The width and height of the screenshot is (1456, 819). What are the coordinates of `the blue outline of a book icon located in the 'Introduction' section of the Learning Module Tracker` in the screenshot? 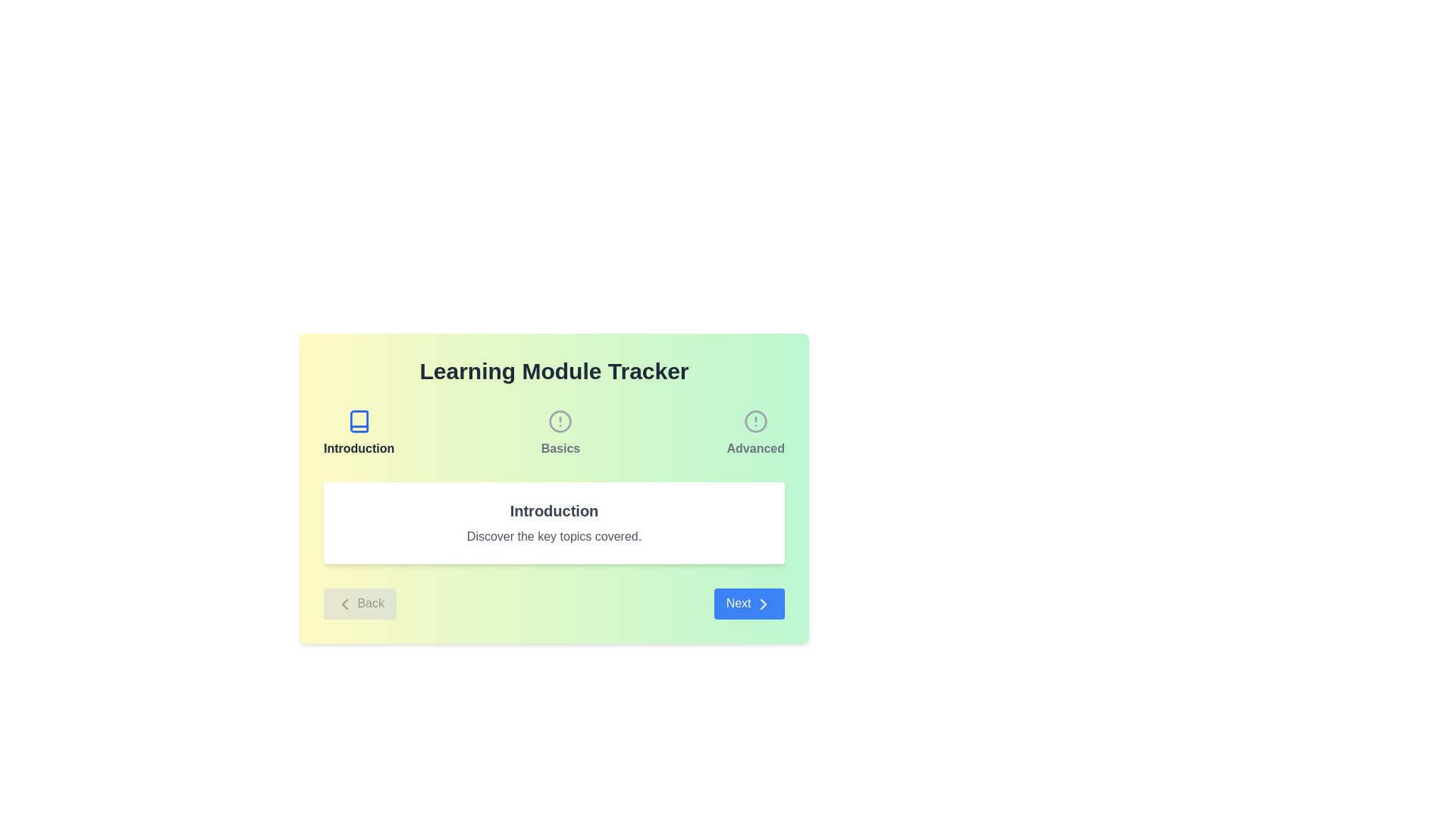 It's located at (358, 421).